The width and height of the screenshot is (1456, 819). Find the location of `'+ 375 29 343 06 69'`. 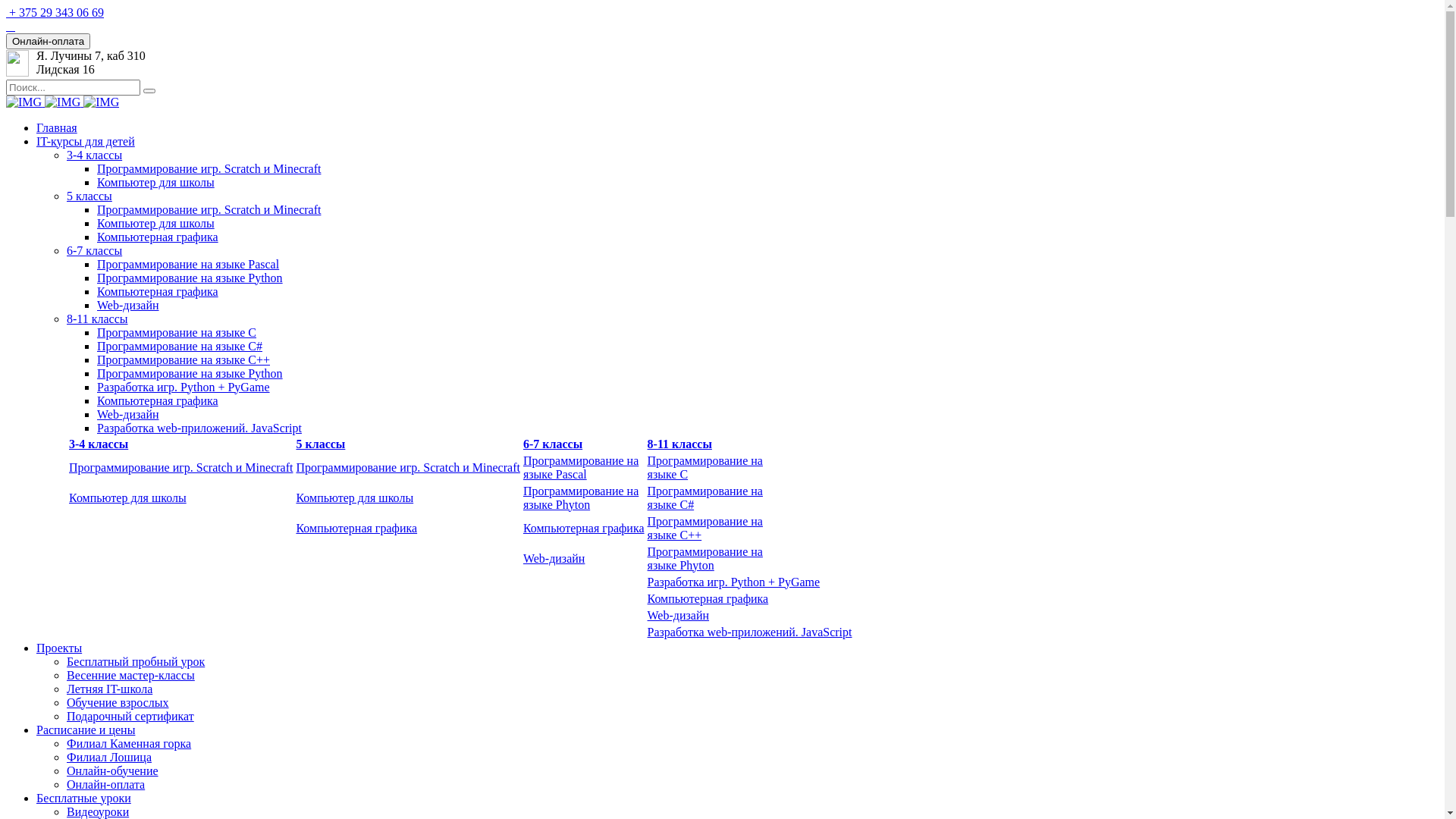

'+ 375 29 343 06 69' is located at coordinates (55, 12).